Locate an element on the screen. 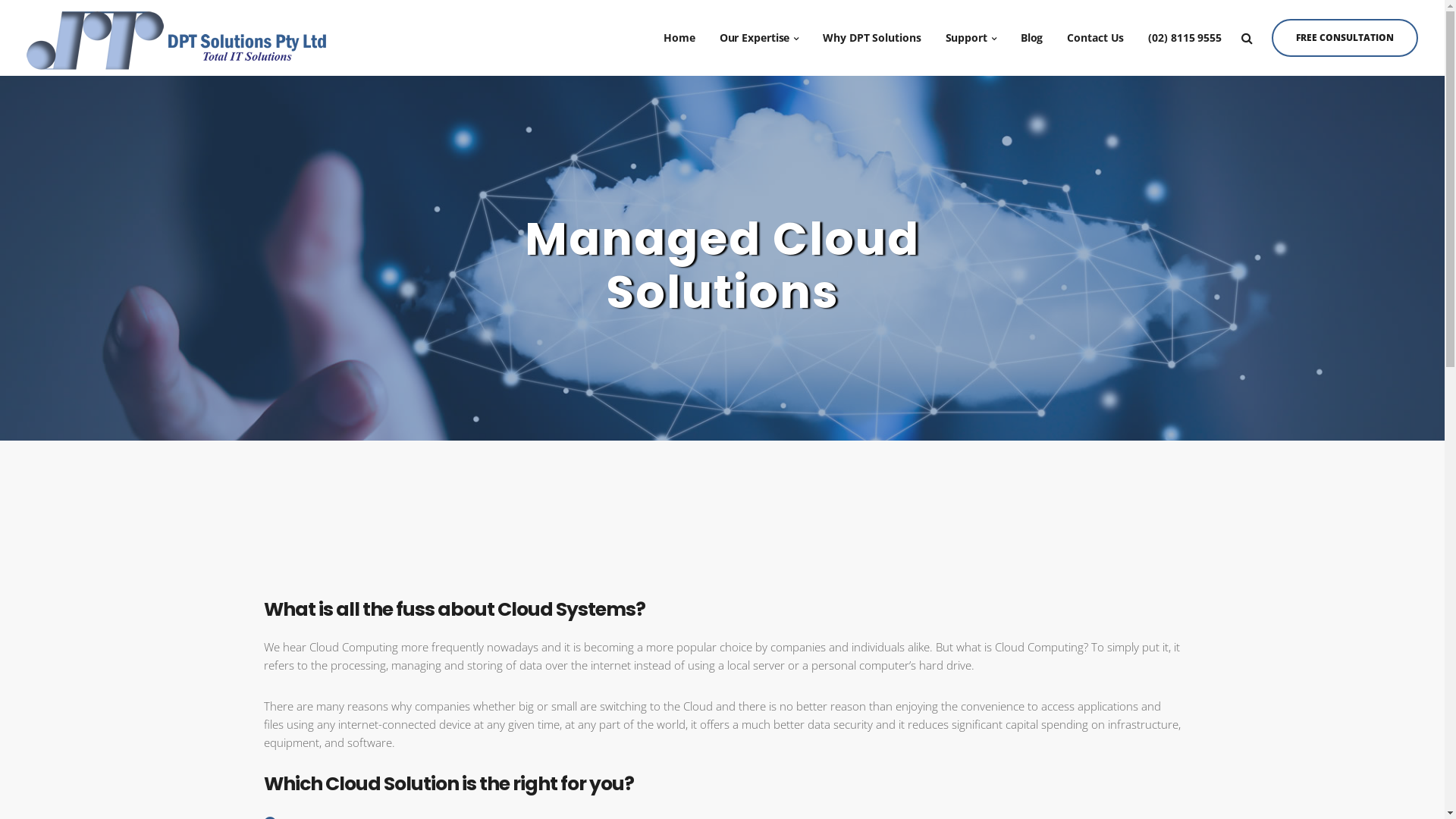 Image resolution: width=1456 pixels, height=819 pixels. 'Home' is located at coordinates (679, 37).